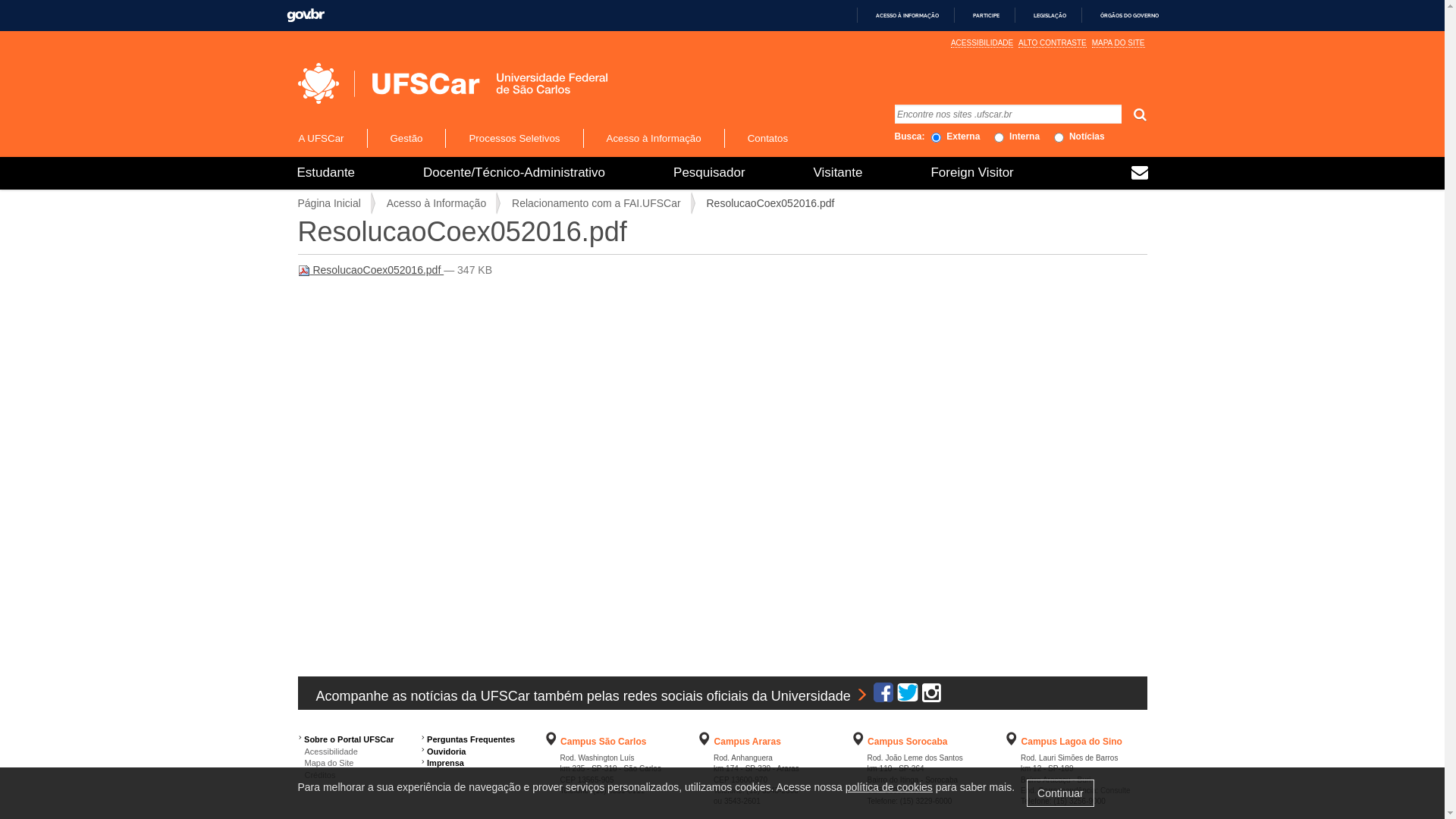  What do you see at coordinates (1115, 789) in the screenshot?
I see `'Consulte'` at bounding box center [1115, 789].